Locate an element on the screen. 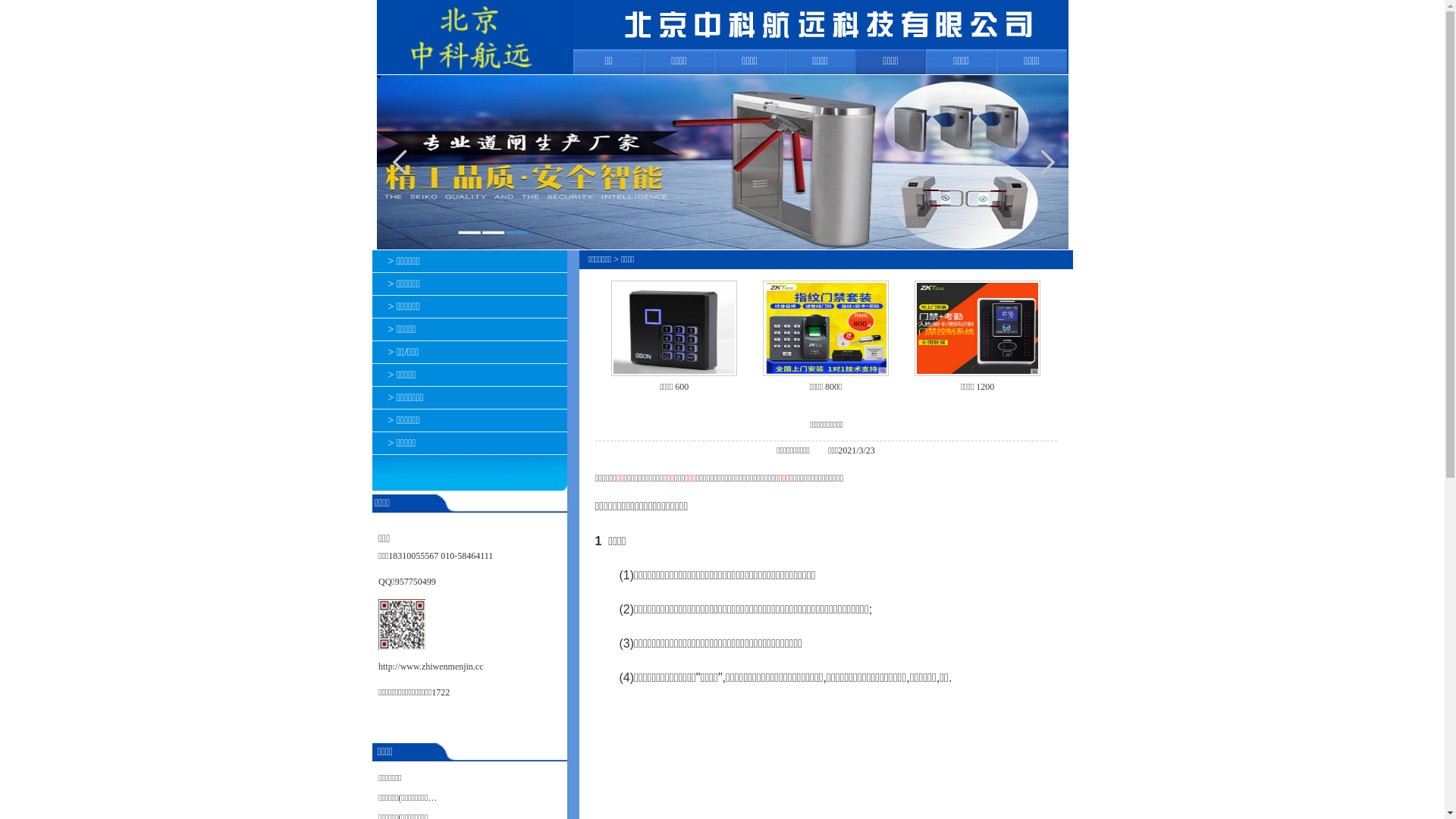 The height and width of the screenshot is (819, 1456). 'http://www.zhiwenmenjin.cc' is located at coordinates (430, 666).